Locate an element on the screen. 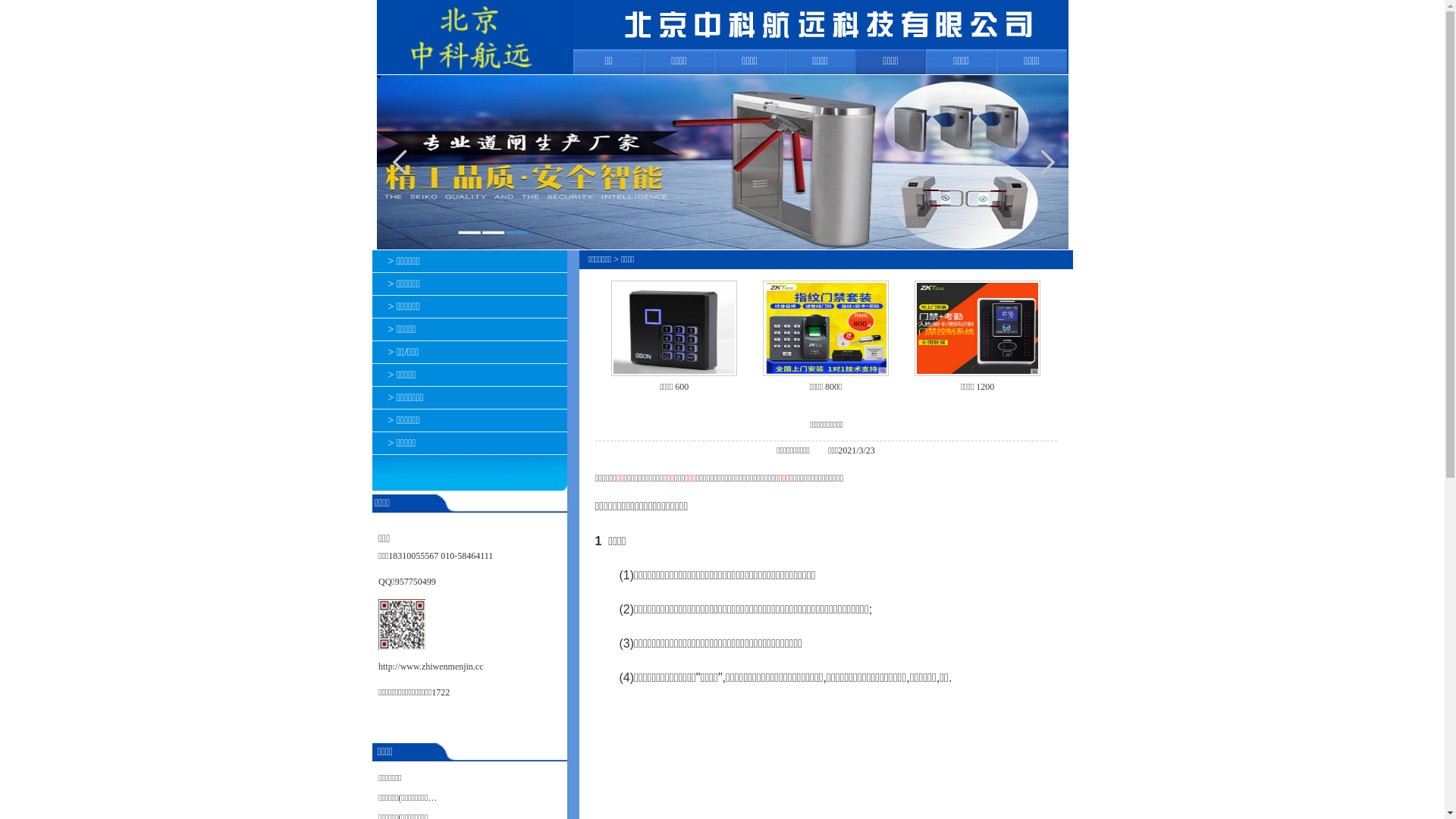 The height and width of the screenshot is (819, 1456). 'http://www.zhiwenmenjin.cc' is located at coordinates (430, 666).